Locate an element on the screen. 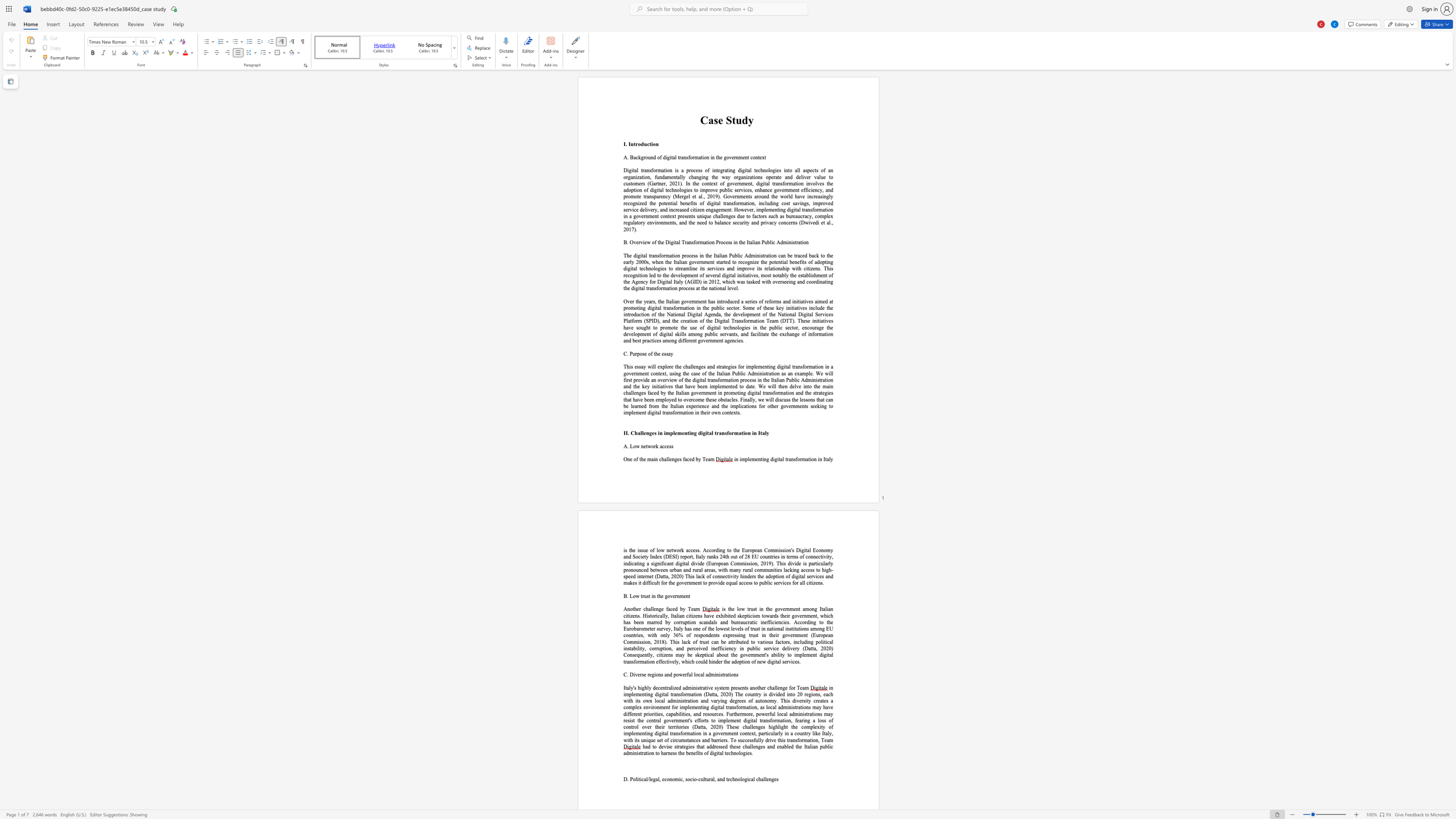  the 2th character "s" in the text is located at coordinates (788, 641).